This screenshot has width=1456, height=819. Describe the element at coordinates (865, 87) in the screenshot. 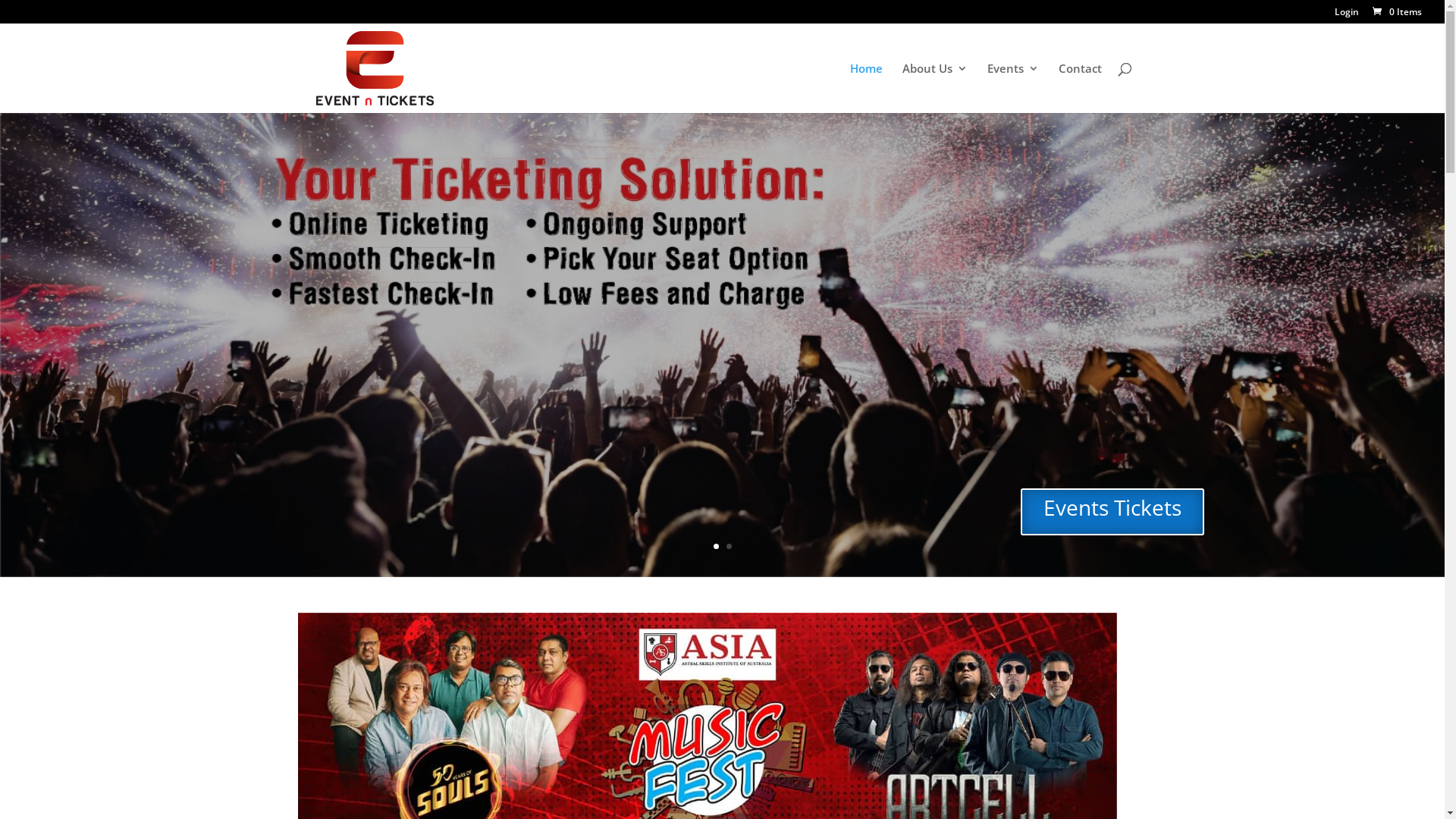

I see `'Home'` at that location.